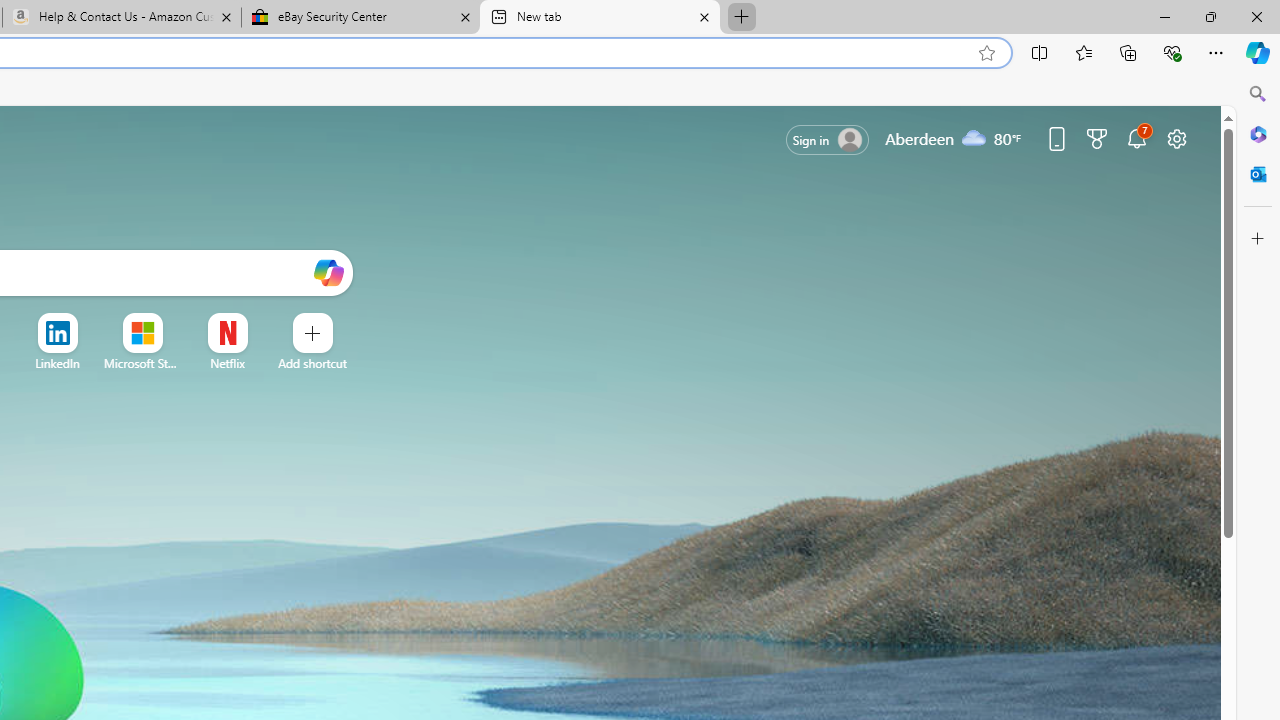 The height and width of the screenshot is (720, 1280). What do you see at coordinates (227, 363) in the screenshot?
I see `'Netflix'` at bounding box center [227, 363].